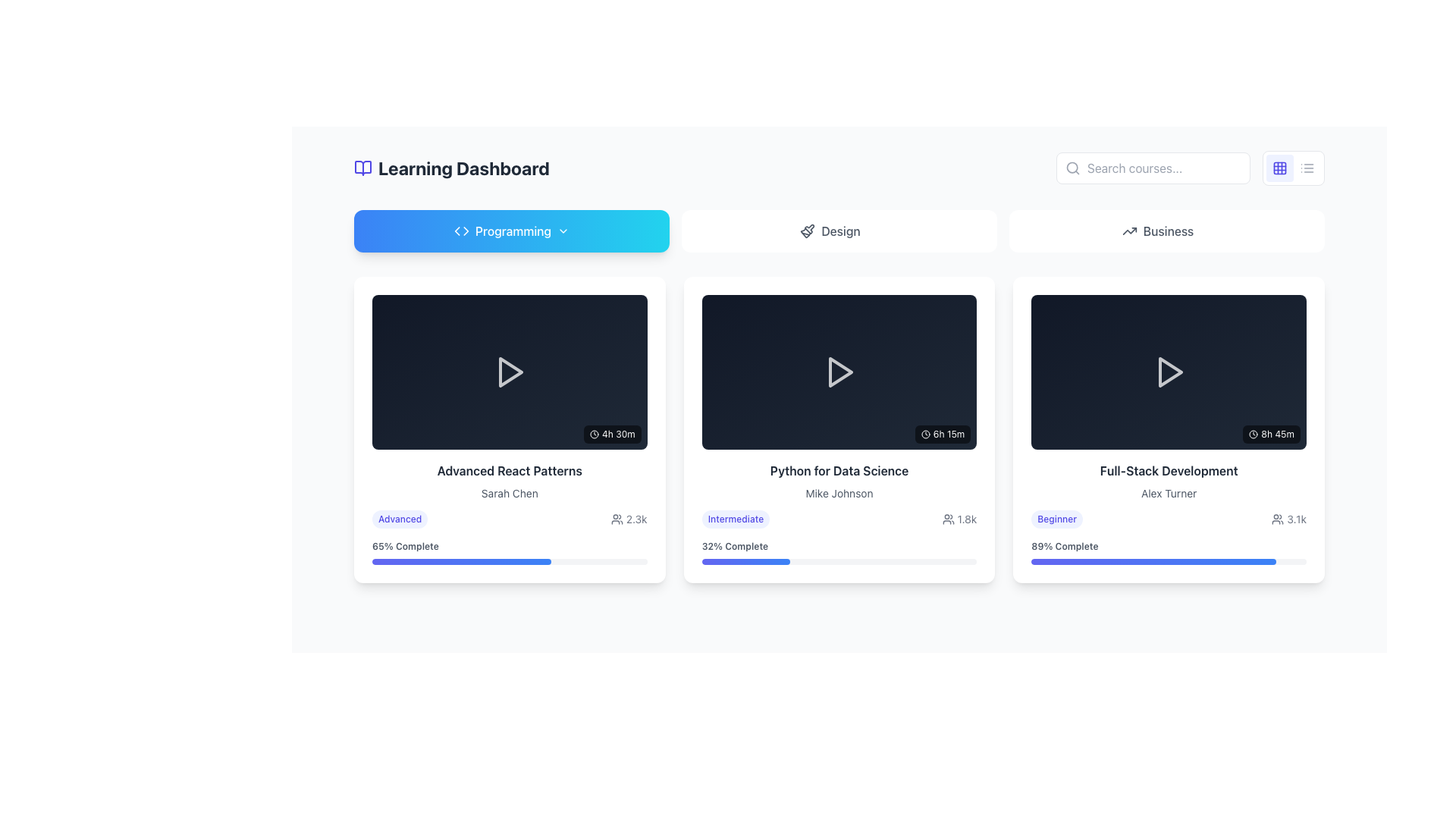  I want to click on the estimated duration of the video or course represented by the Compact information display within the 'Python for Data Science' card, so click(942, 435).